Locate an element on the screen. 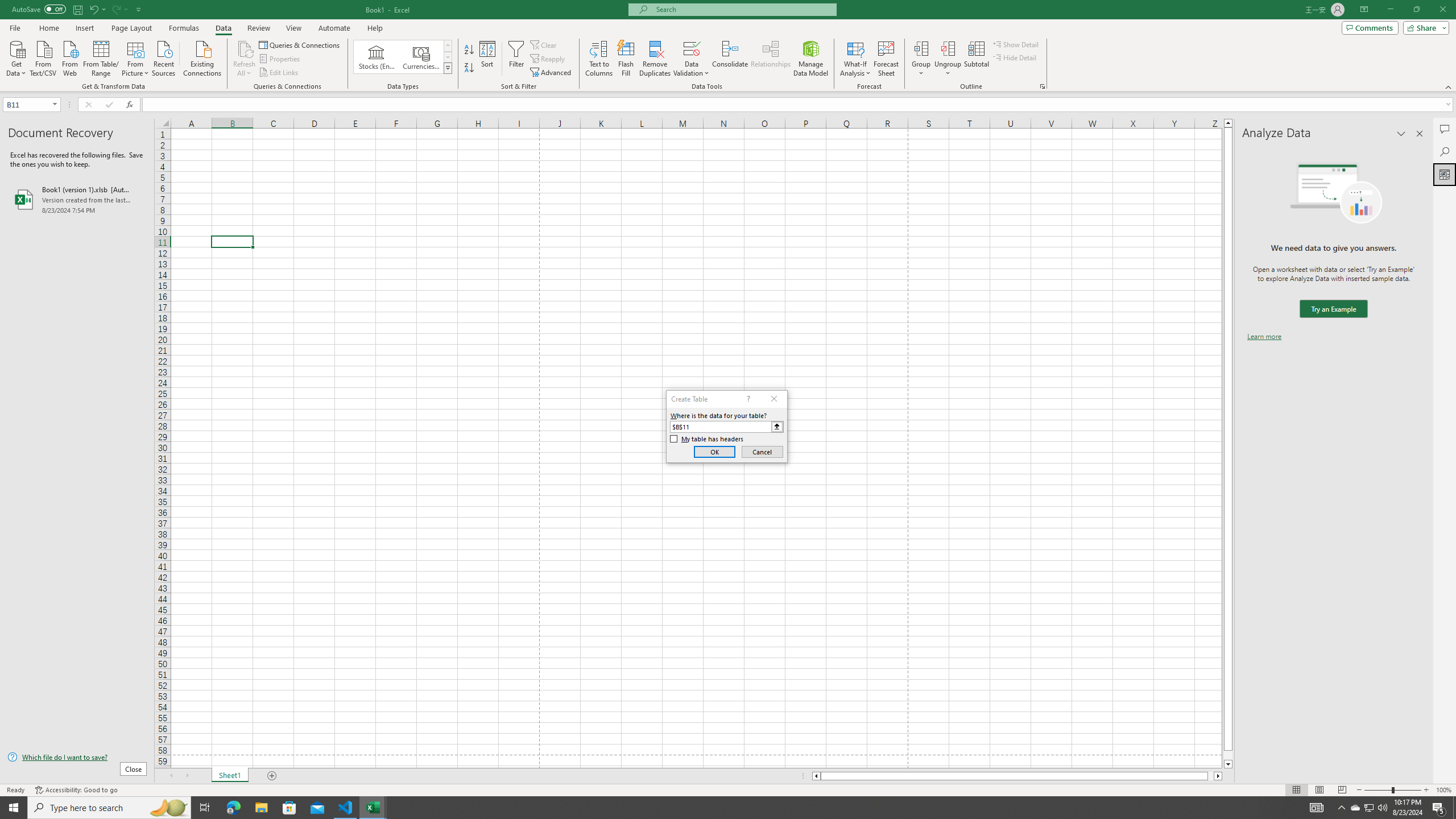 The width and height of the screenshot is (1456, 819). 'Ungroup...' is located at coordinates (948, 59).